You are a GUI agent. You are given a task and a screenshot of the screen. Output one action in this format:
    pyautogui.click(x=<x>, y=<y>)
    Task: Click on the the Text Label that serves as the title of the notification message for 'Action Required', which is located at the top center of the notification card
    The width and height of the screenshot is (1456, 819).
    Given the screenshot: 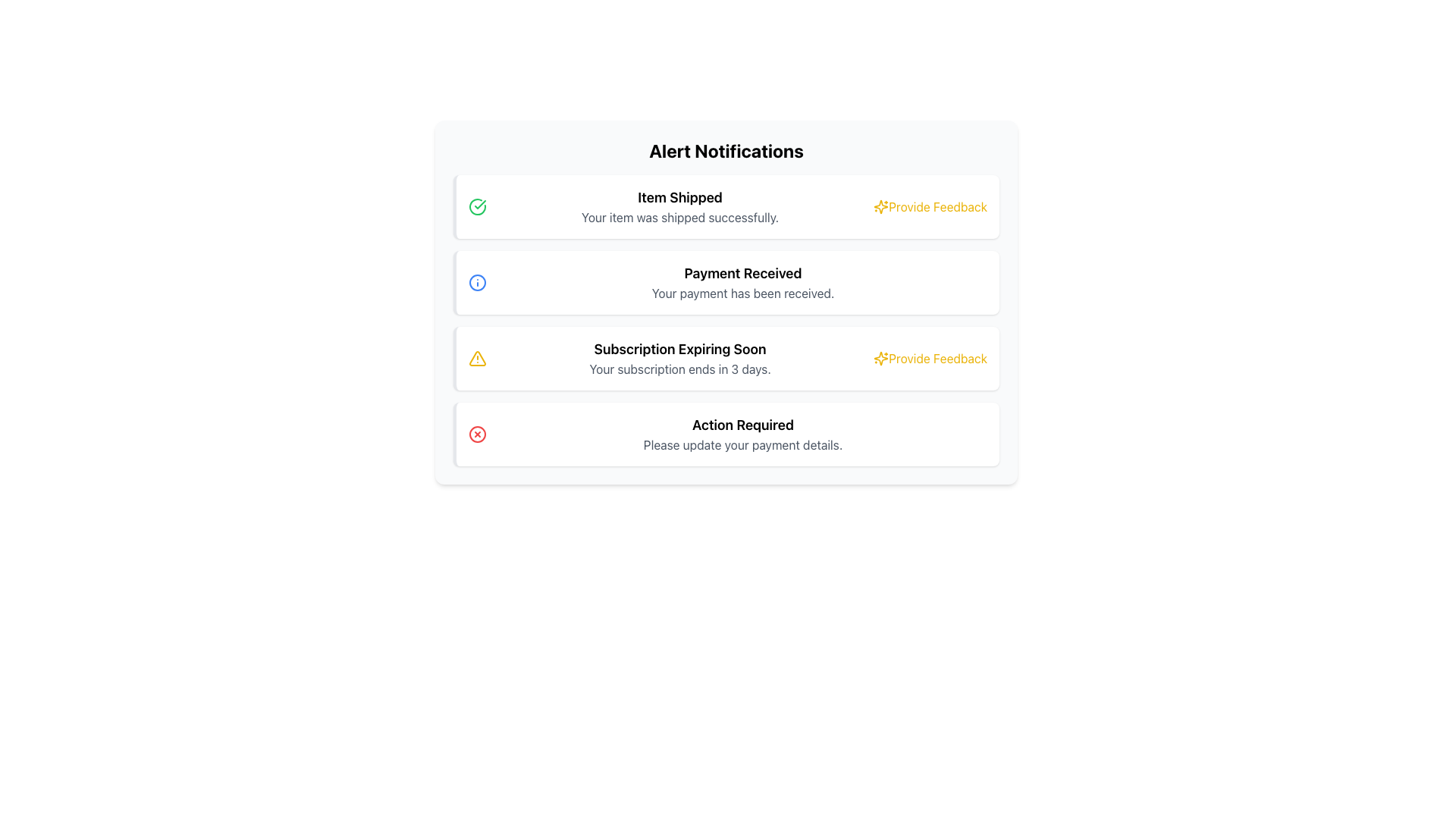 What is the action you would take?
    pyautogui.click(x=742, y=425)
    